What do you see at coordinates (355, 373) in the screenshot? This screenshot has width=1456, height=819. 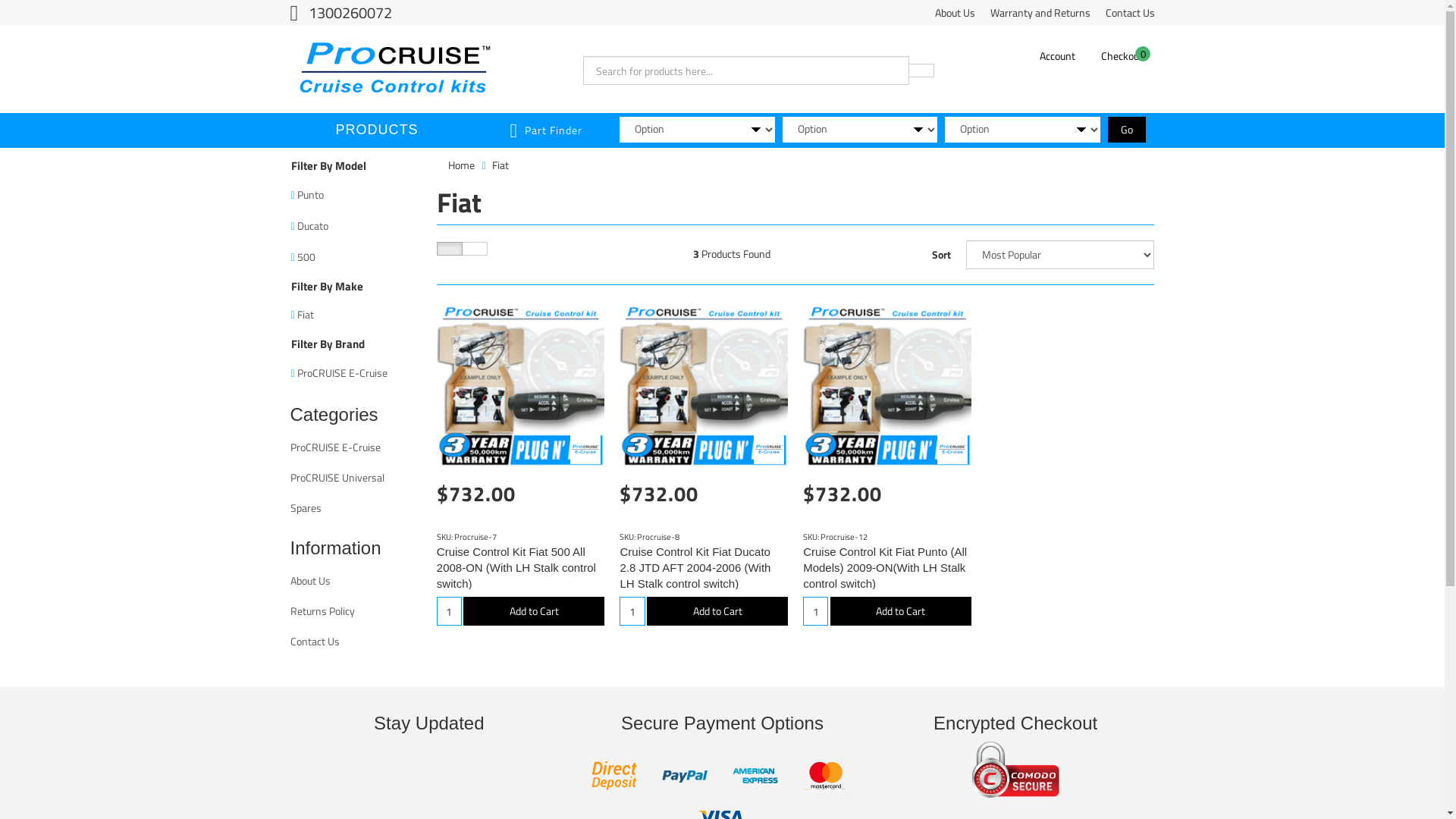 I see `'ProCRUISE E-Cruise'` at bounding box center [355, 373].